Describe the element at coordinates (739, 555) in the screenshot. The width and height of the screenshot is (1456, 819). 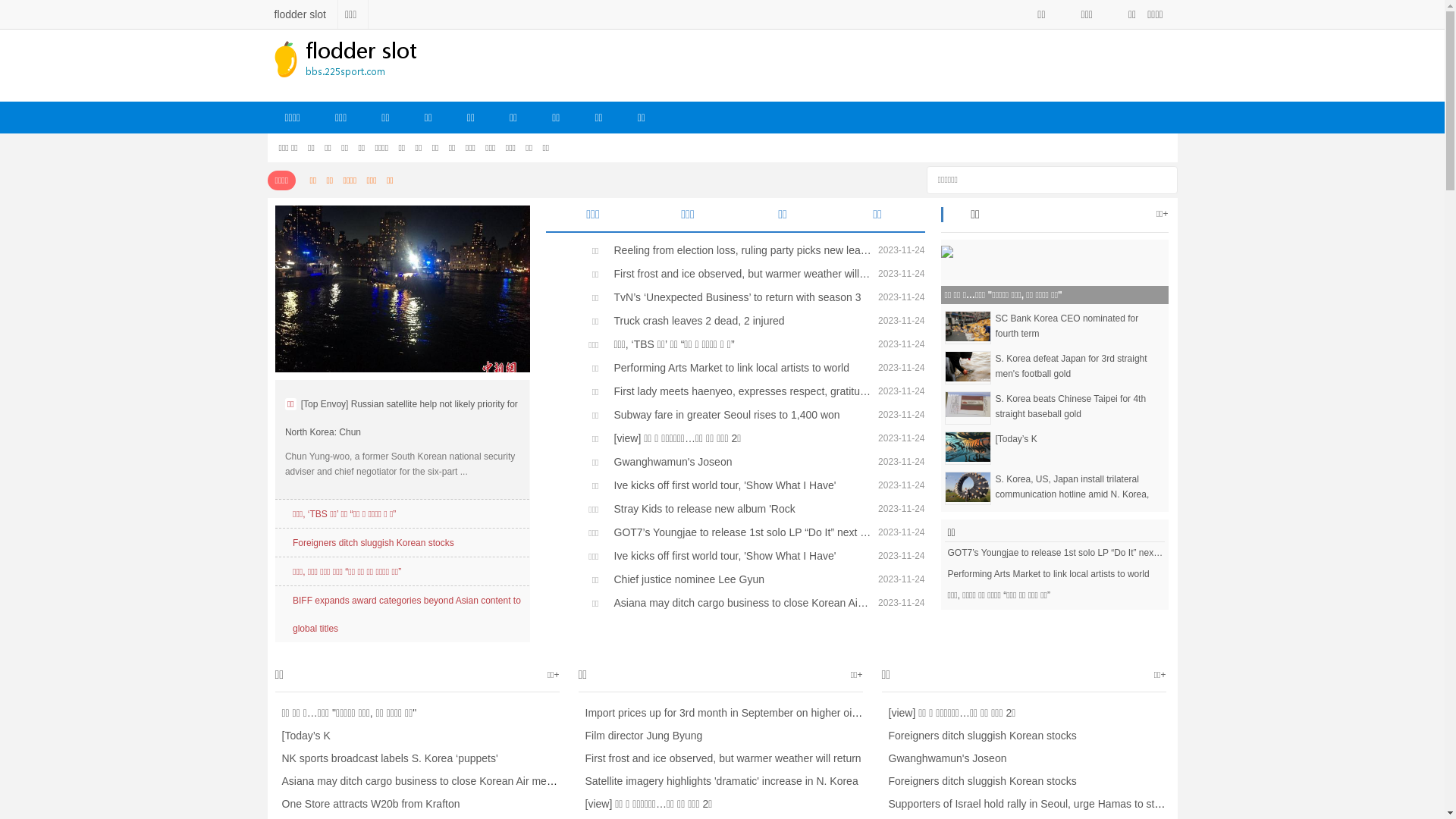
I see `'Ive kicks off first world tour, 'Show What I Have''` at that location.